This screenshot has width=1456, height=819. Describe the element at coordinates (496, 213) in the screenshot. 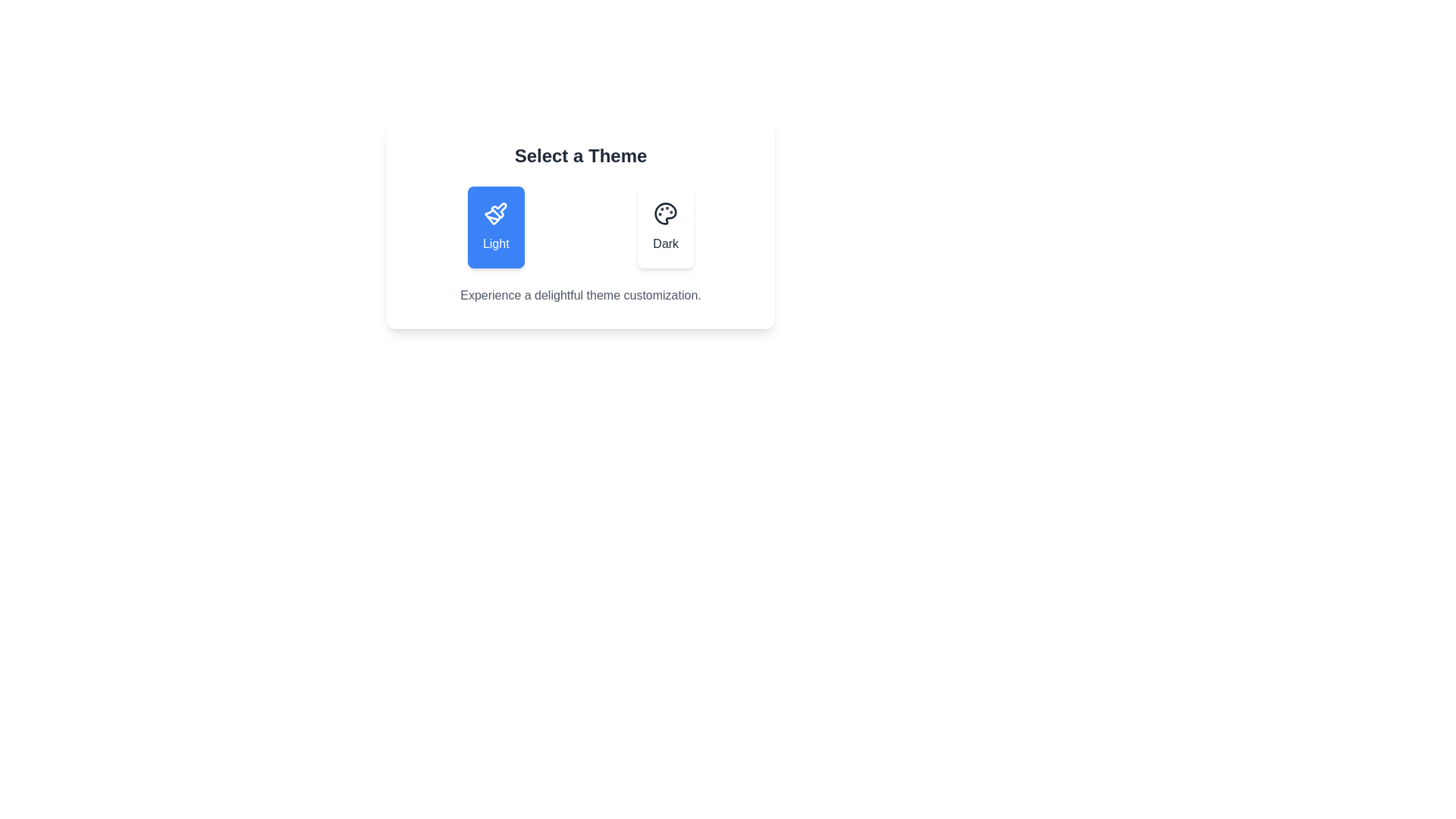

I see `the theme icon for Light theme` at that location.